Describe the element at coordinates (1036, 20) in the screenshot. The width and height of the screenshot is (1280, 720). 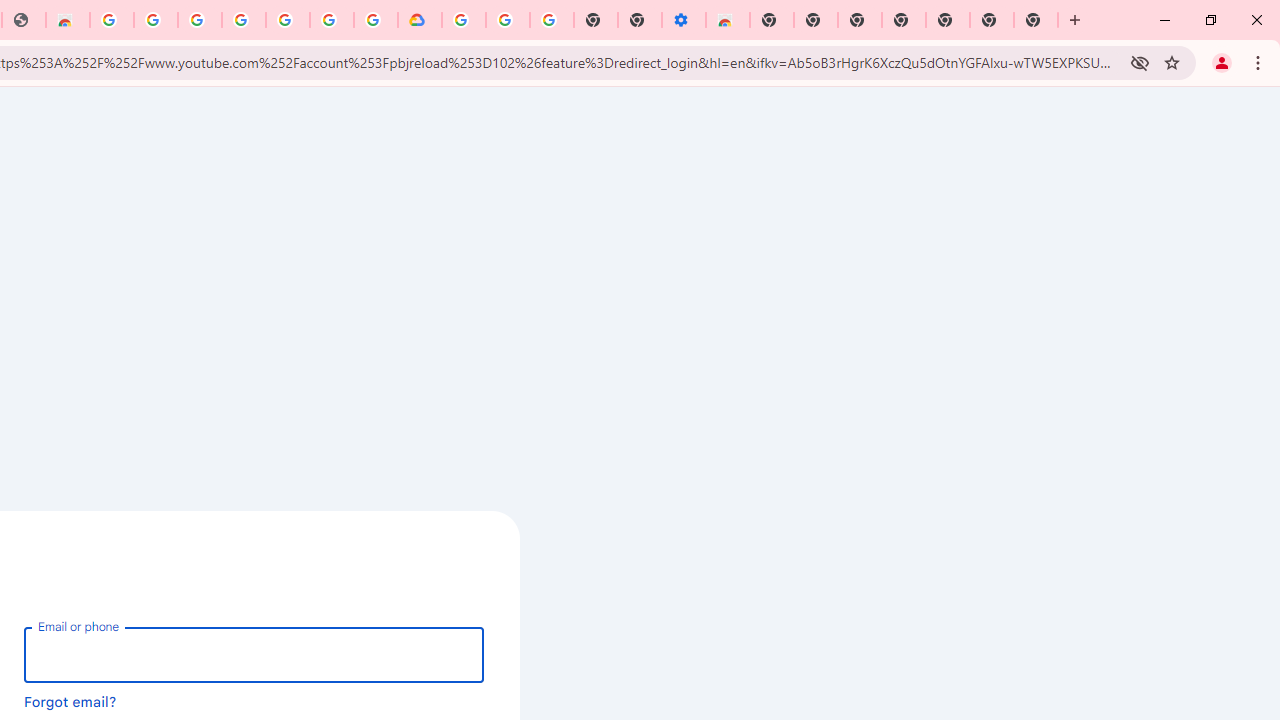
I see `'New Tab'` at that location.